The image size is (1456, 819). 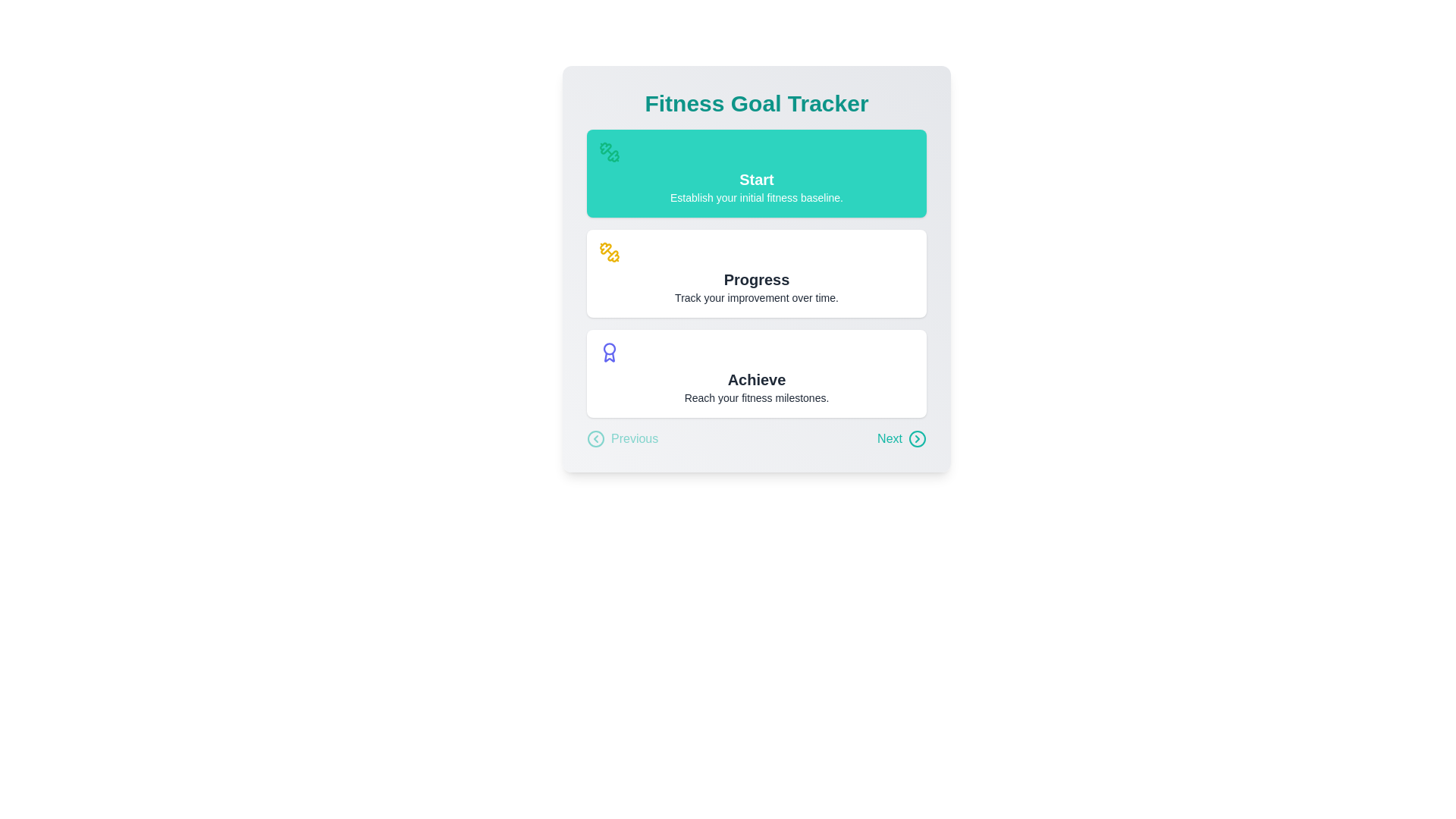 What do you see at coordinates (757, 280) in the screenshot?
I see `the 'Progress' text label, which is bold and centrally located under the 'Fitness Goal Tracker' title in the white rectangular section` at bounding box center [757, 280].